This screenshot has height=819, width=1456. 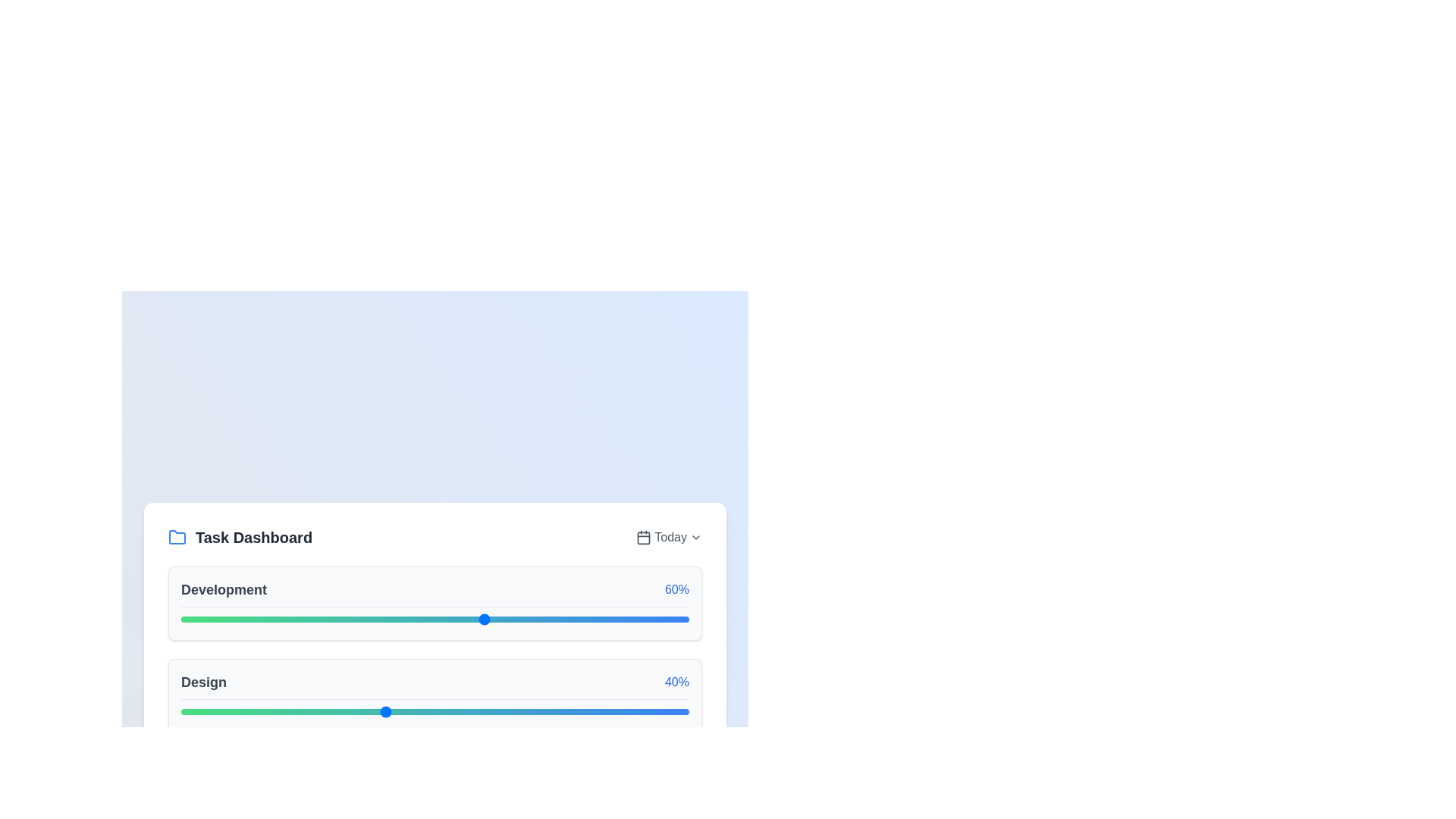 I want to click on the development progress, so click(x=231, y=620).